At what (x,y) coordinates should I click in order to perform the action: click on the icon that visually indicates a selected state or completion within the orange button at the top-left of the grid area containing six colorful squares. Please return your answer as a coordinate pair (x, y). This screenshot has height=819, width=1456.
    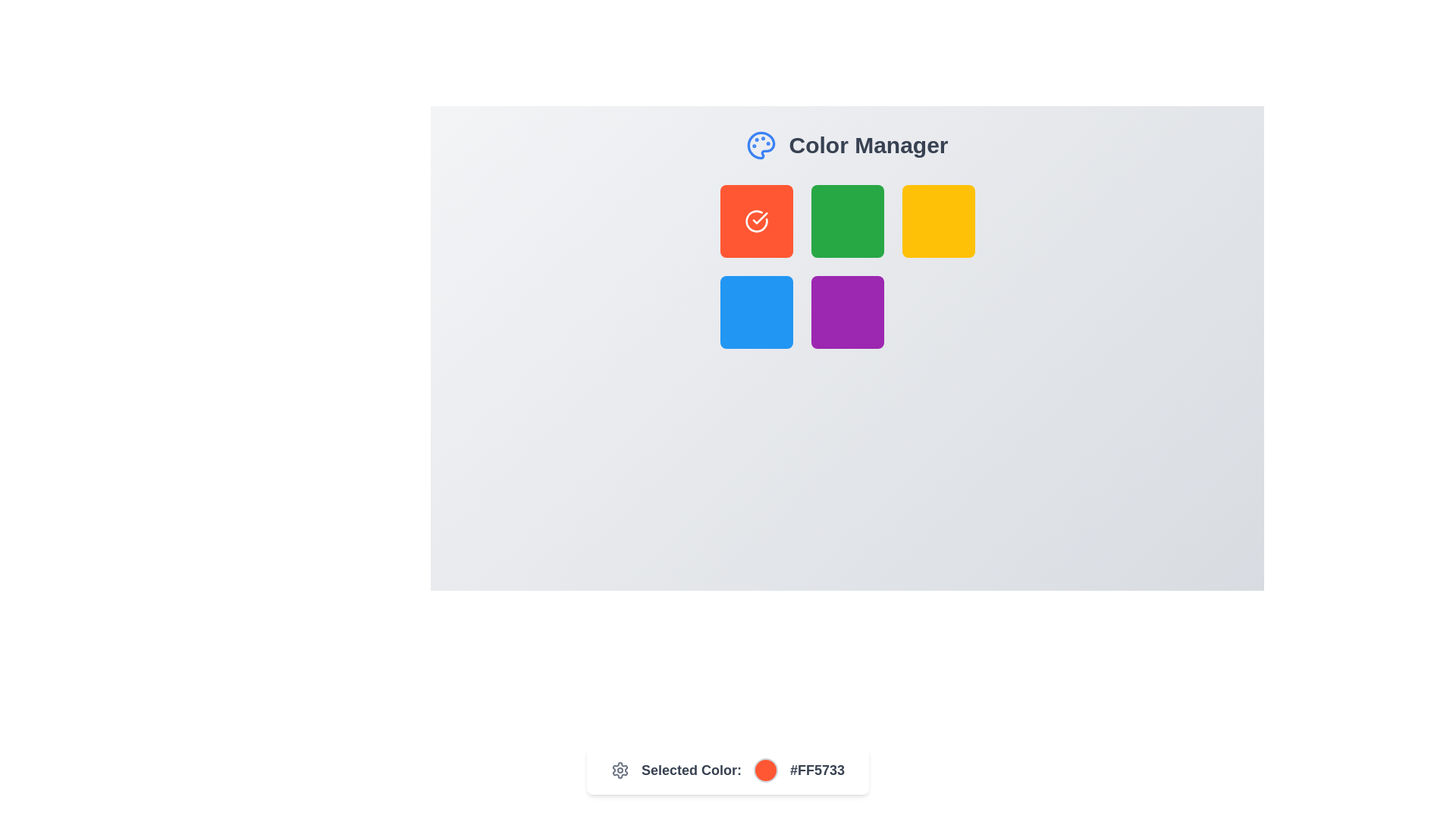
    Looking at the image, I should click on (756, 221).